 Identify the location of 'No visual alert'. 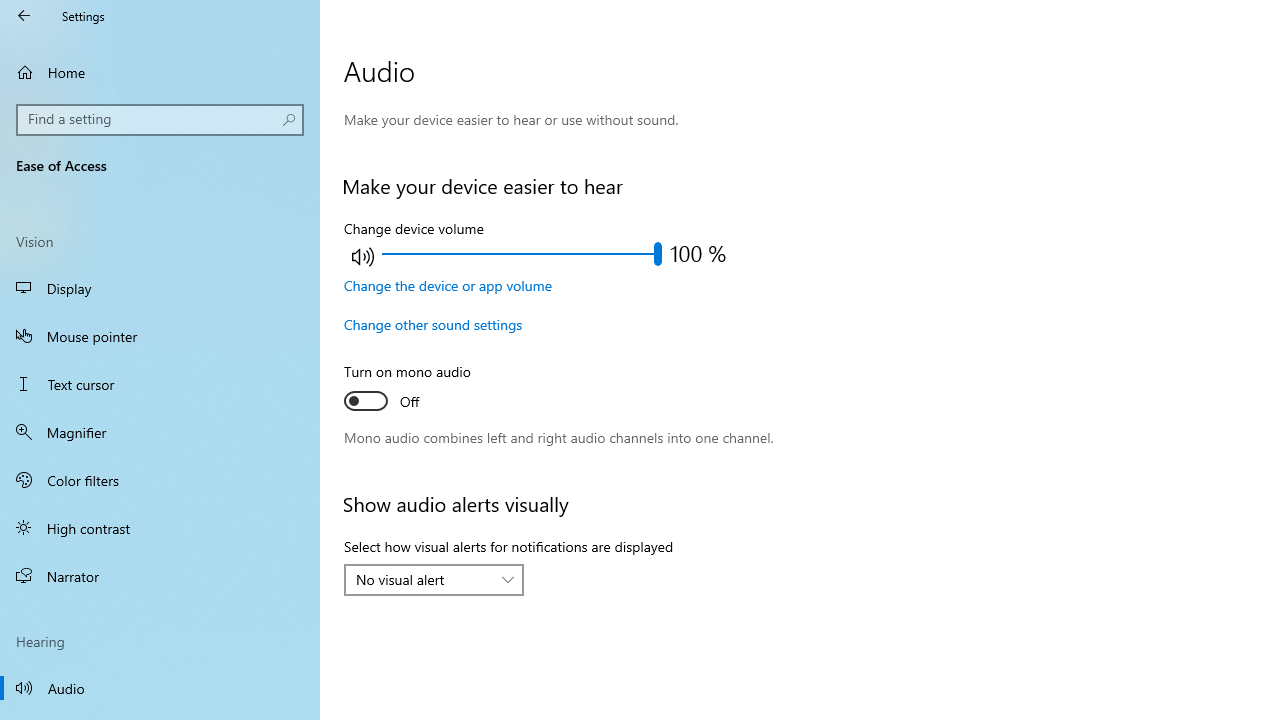
(422, 579).